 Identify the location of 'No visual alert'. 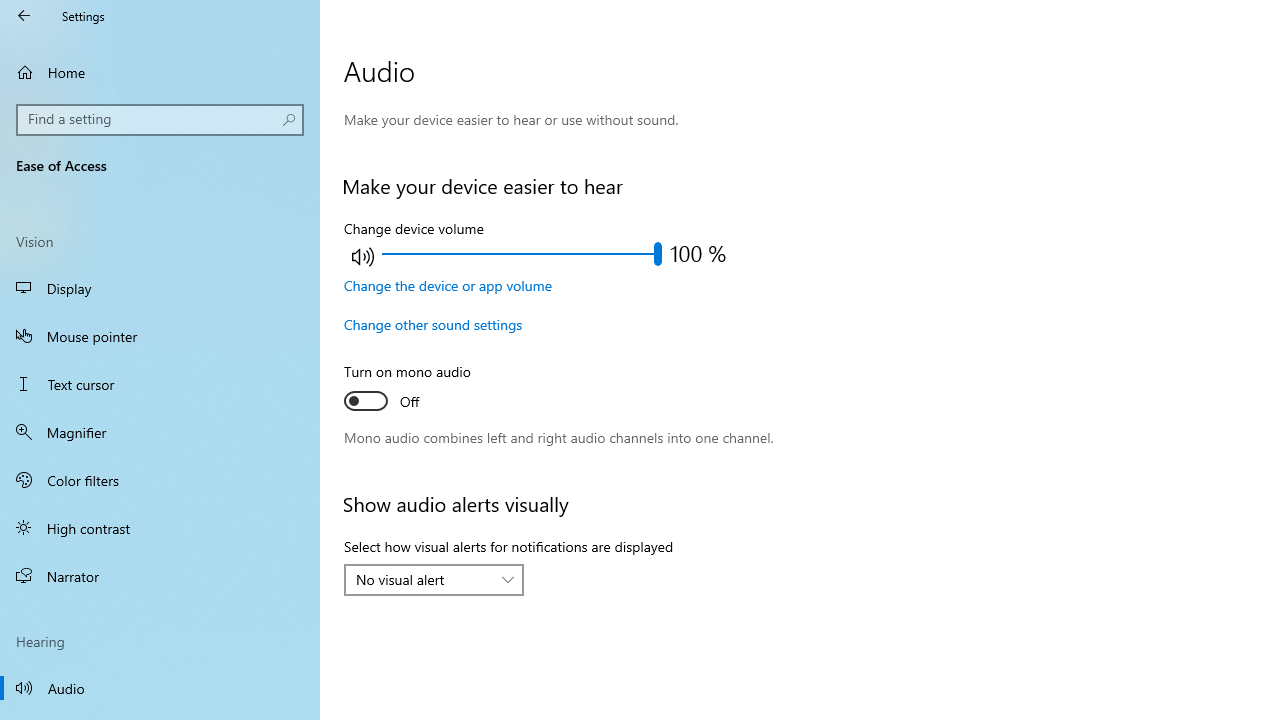
(422, 579).